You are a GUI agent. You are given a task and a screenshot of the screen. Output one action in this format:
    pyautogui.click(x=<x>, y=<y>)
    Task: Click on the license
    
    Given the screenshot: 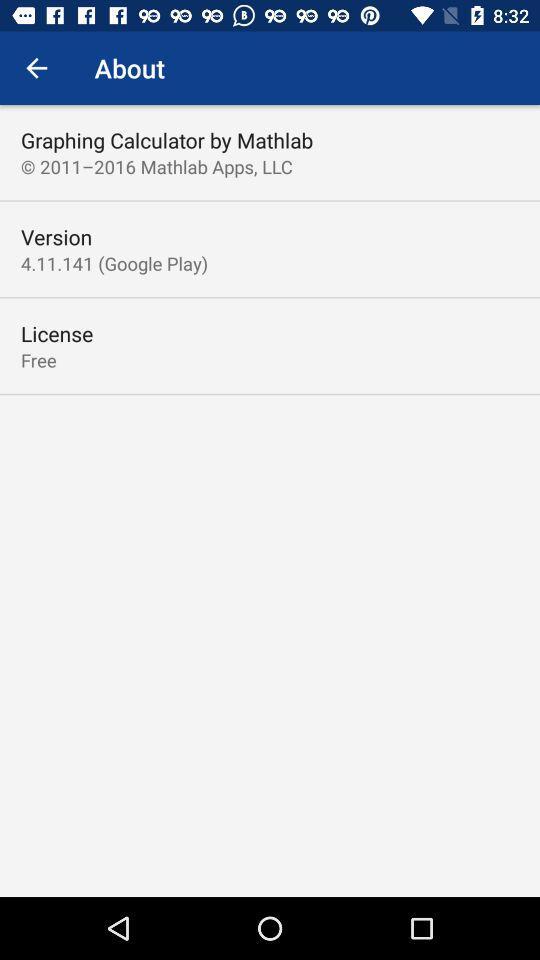 What is the action you would take?
    pyautogui.click(x=57, y=333)
    